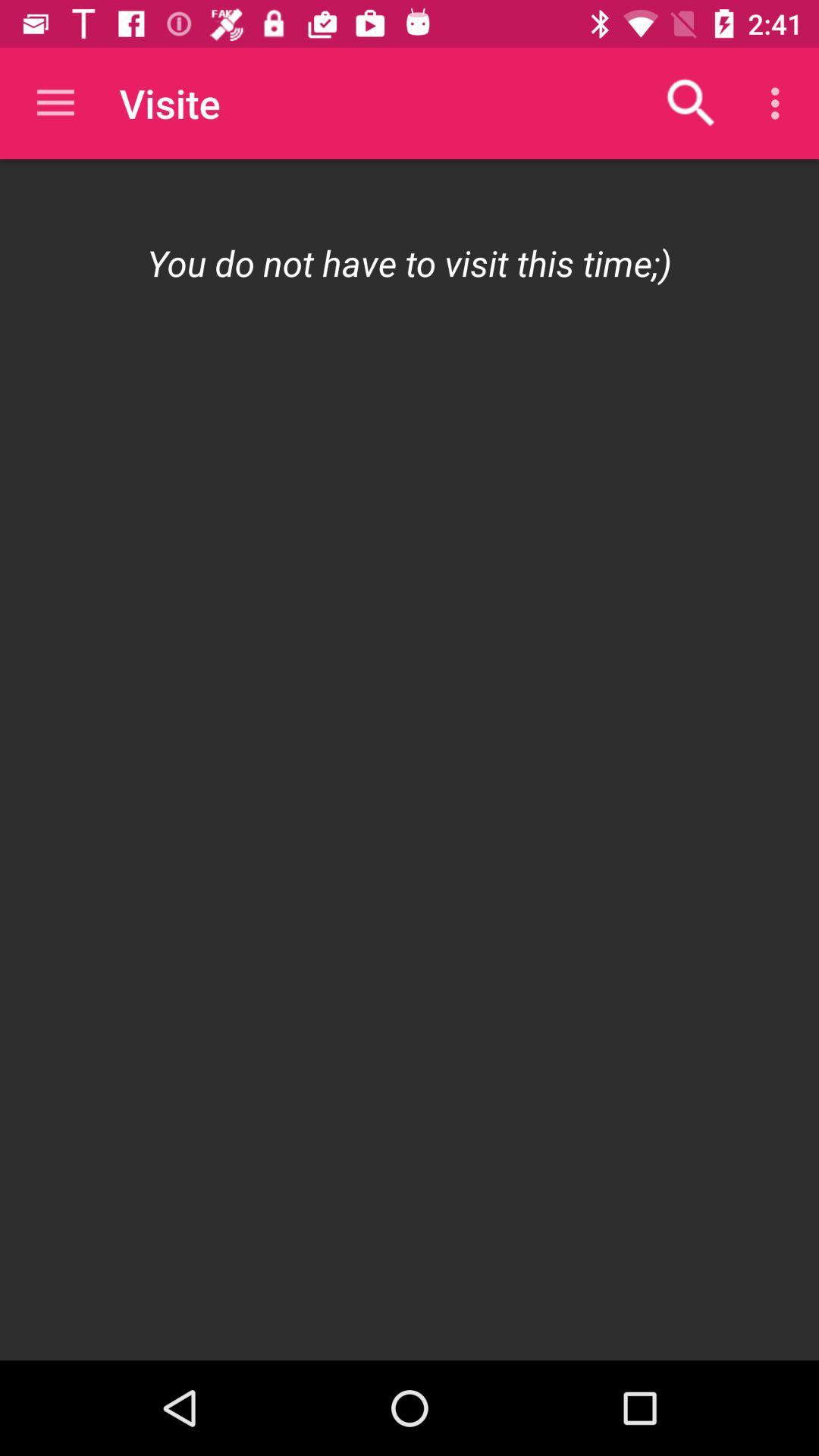 The width and height of the screenshot is (819, 1456). What do you see at coordinates (691, 102) in the screenshot?
I see `the icon to the right of the visite icon` at bounding box center [691, 102].